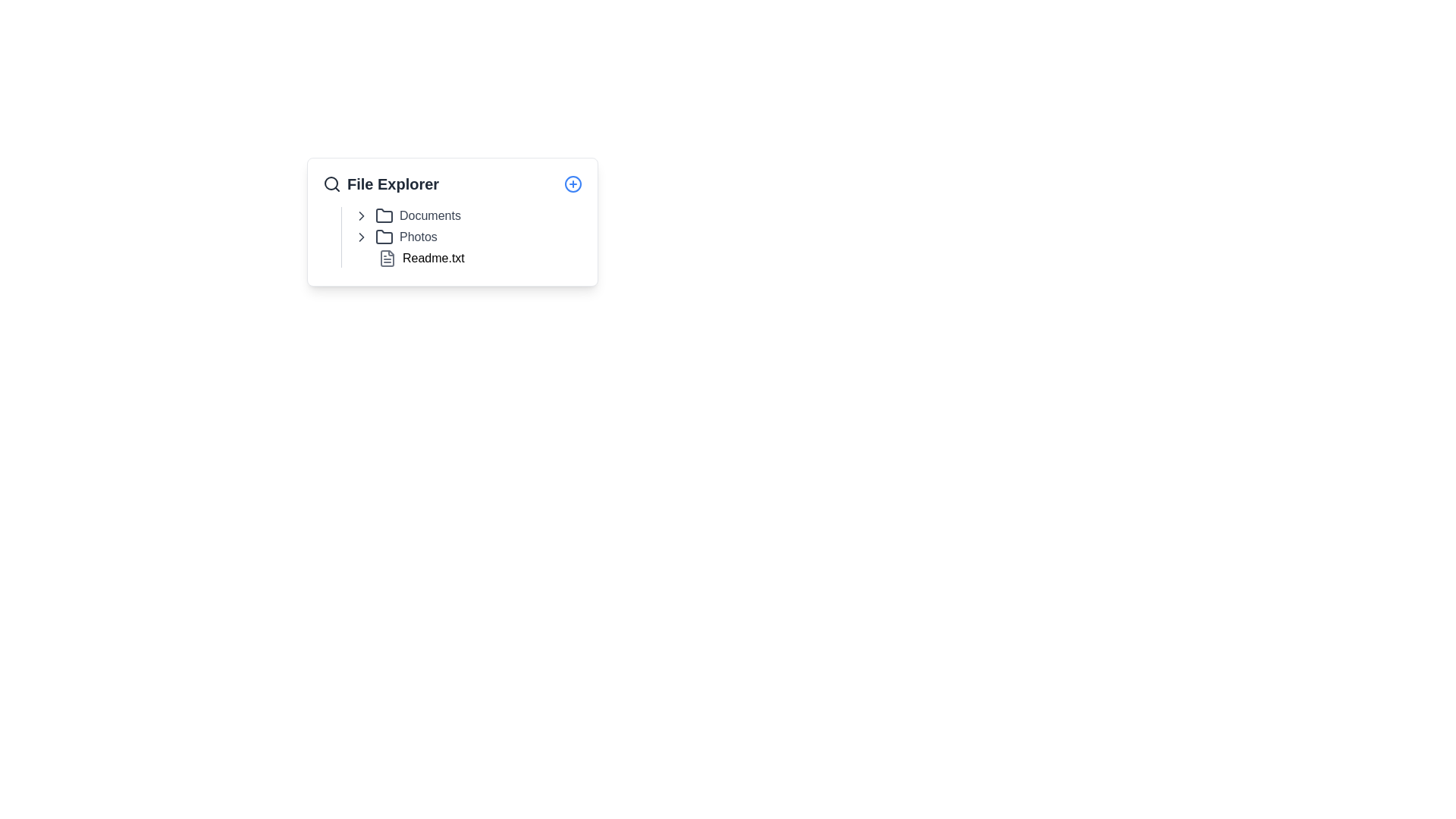 The height and width of the screenshot is (819, 1456). Describe the element at coordinates (407, 216) in the screenshot. I see `the 'Documents' Interactive List Item in the File Explorer to change its text color` at that location.